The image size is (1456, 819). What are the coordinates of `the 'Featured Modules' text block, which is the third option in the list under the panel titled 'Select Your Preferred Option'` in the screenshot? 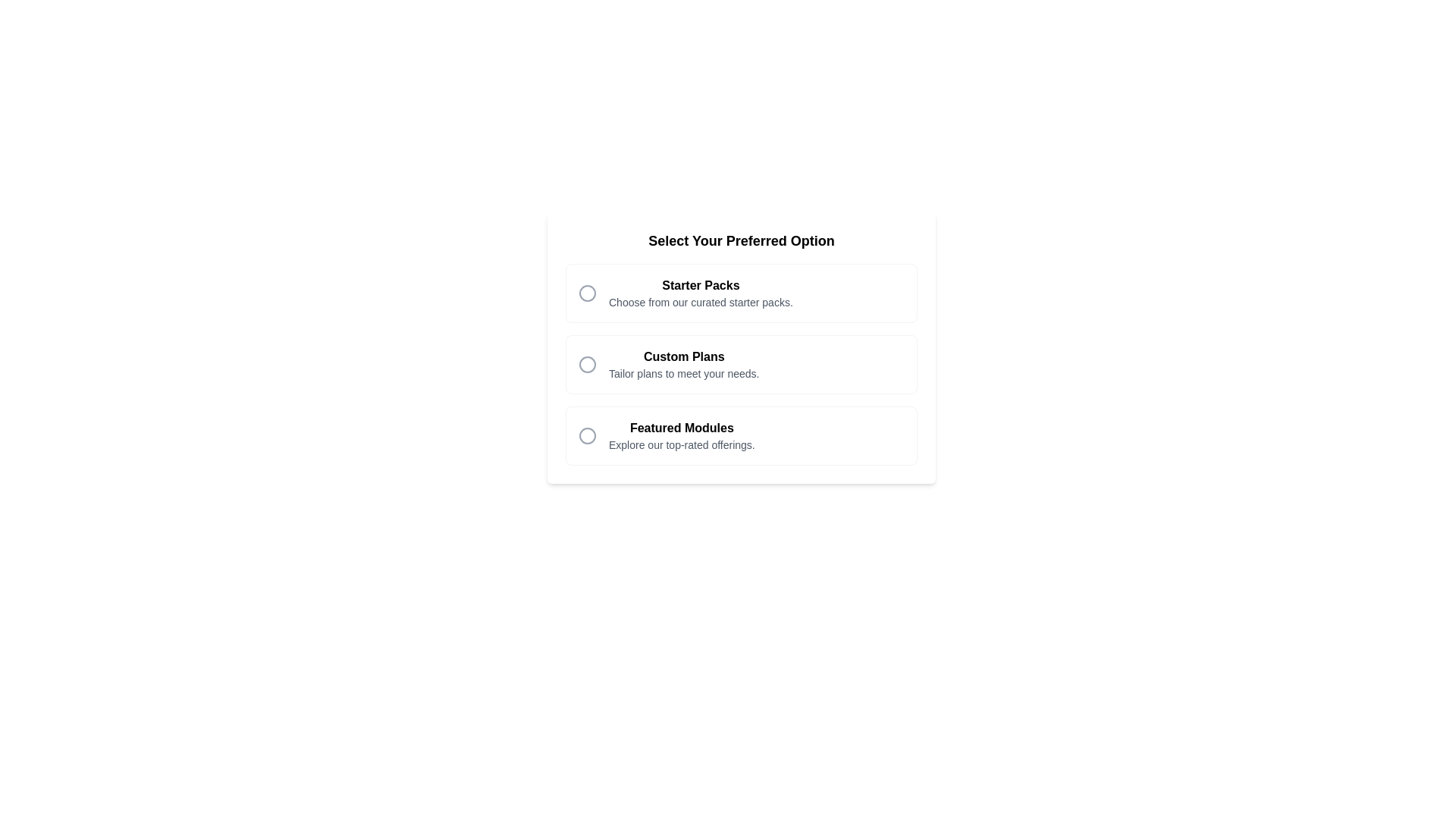 It's located at (681, 435).